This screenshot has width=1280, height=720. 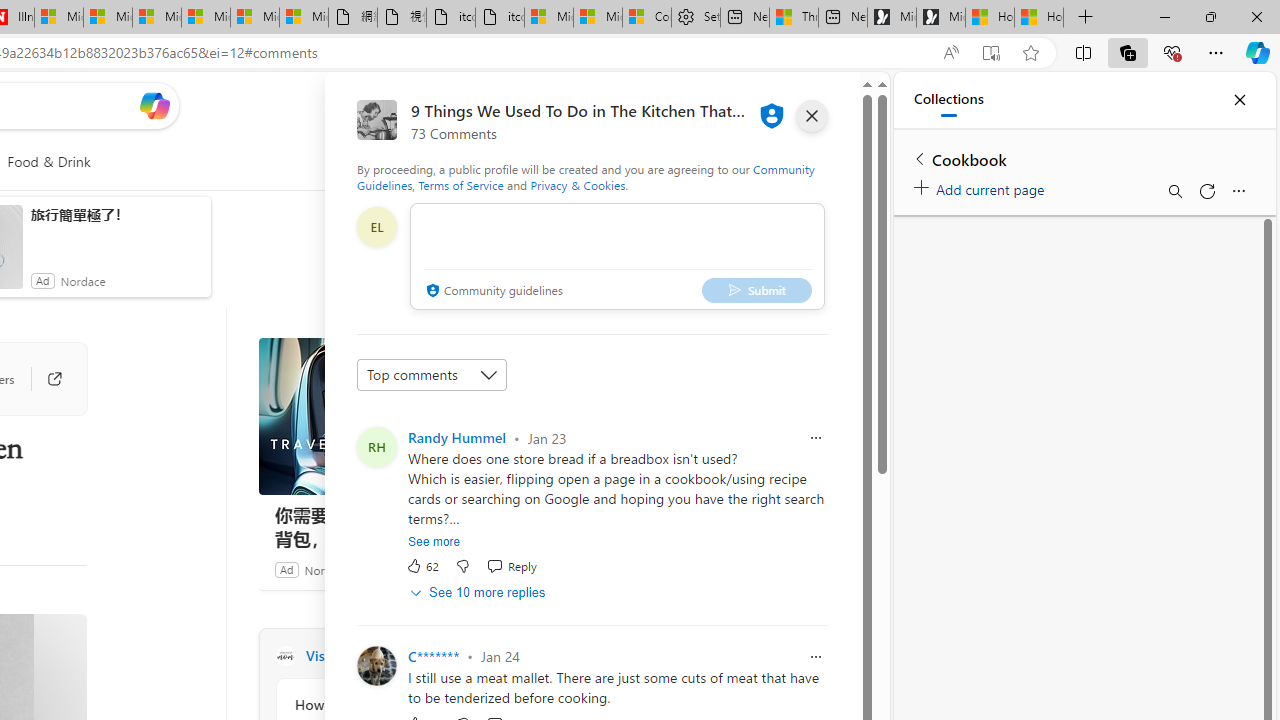 What do you see at coordinates (816, 656) in the screenshot?
I see `'Report comment'` at bounding box center [816, 656].